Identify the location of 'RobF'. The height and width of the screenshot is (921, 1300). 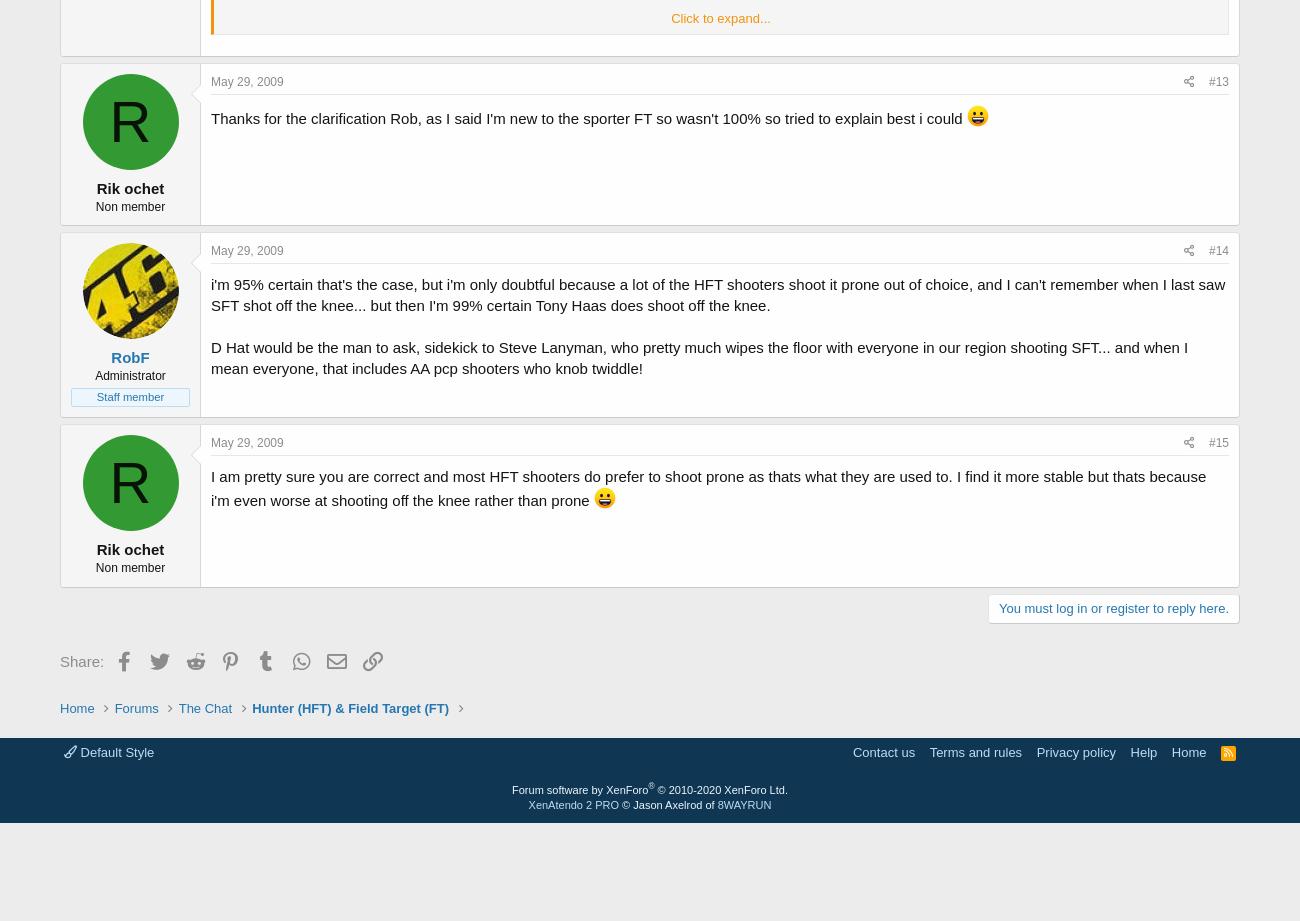
(129, 356).